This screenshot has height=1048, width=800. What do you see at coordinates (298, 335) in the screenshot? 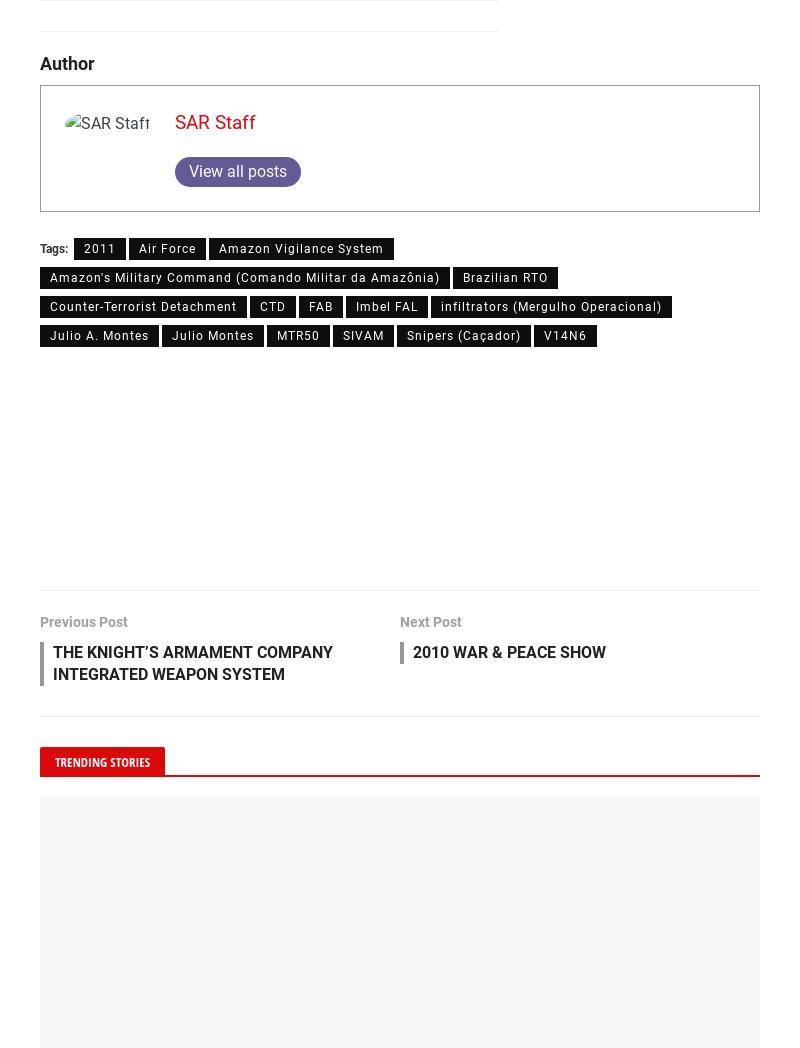
I see `'MTR50'` at bounding box center [298, 335].